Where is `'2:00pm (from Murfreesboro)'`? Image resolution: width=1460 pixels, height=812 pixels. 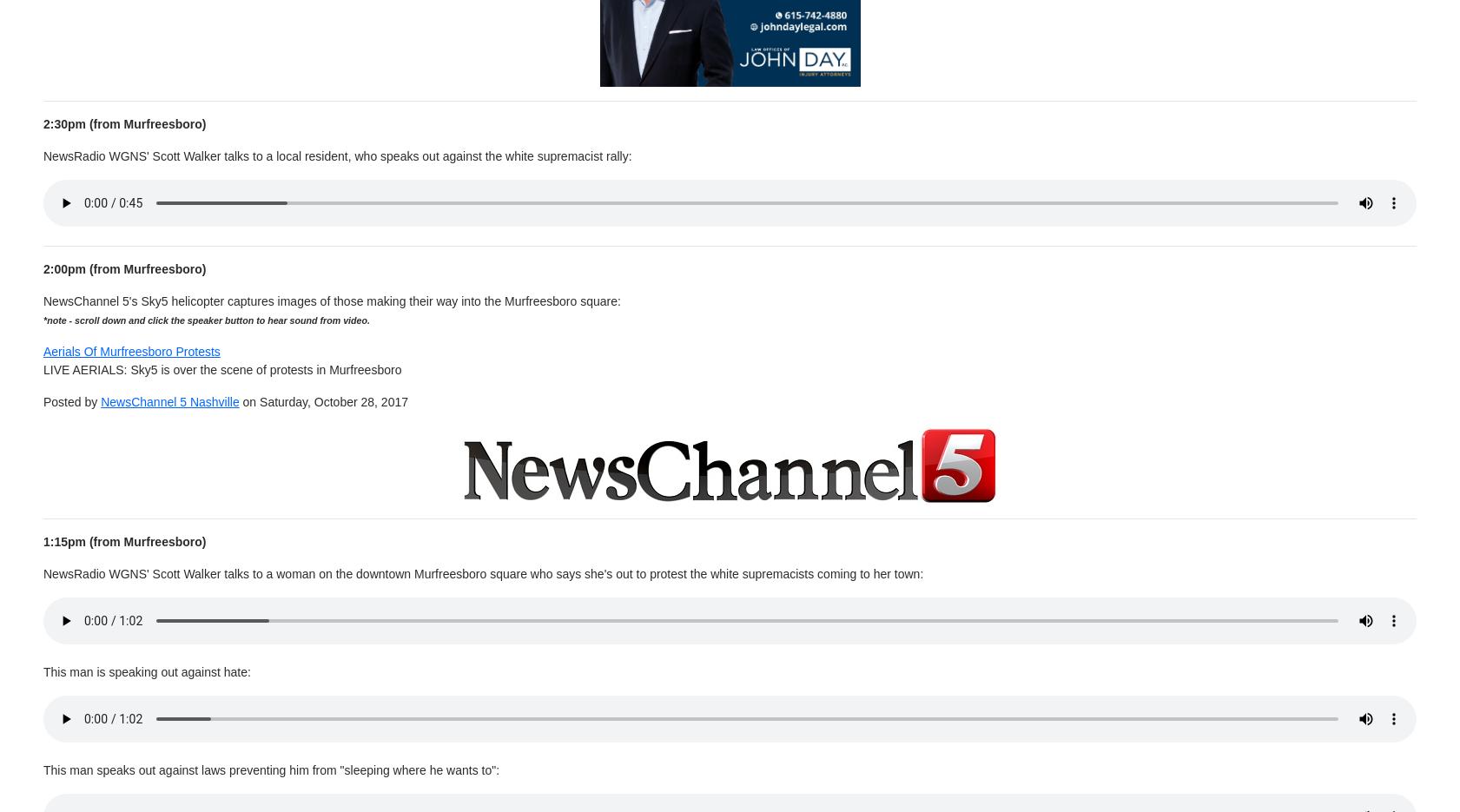 '2:00pm (from Murfreesboro)' is located at coordinates (123, 268).